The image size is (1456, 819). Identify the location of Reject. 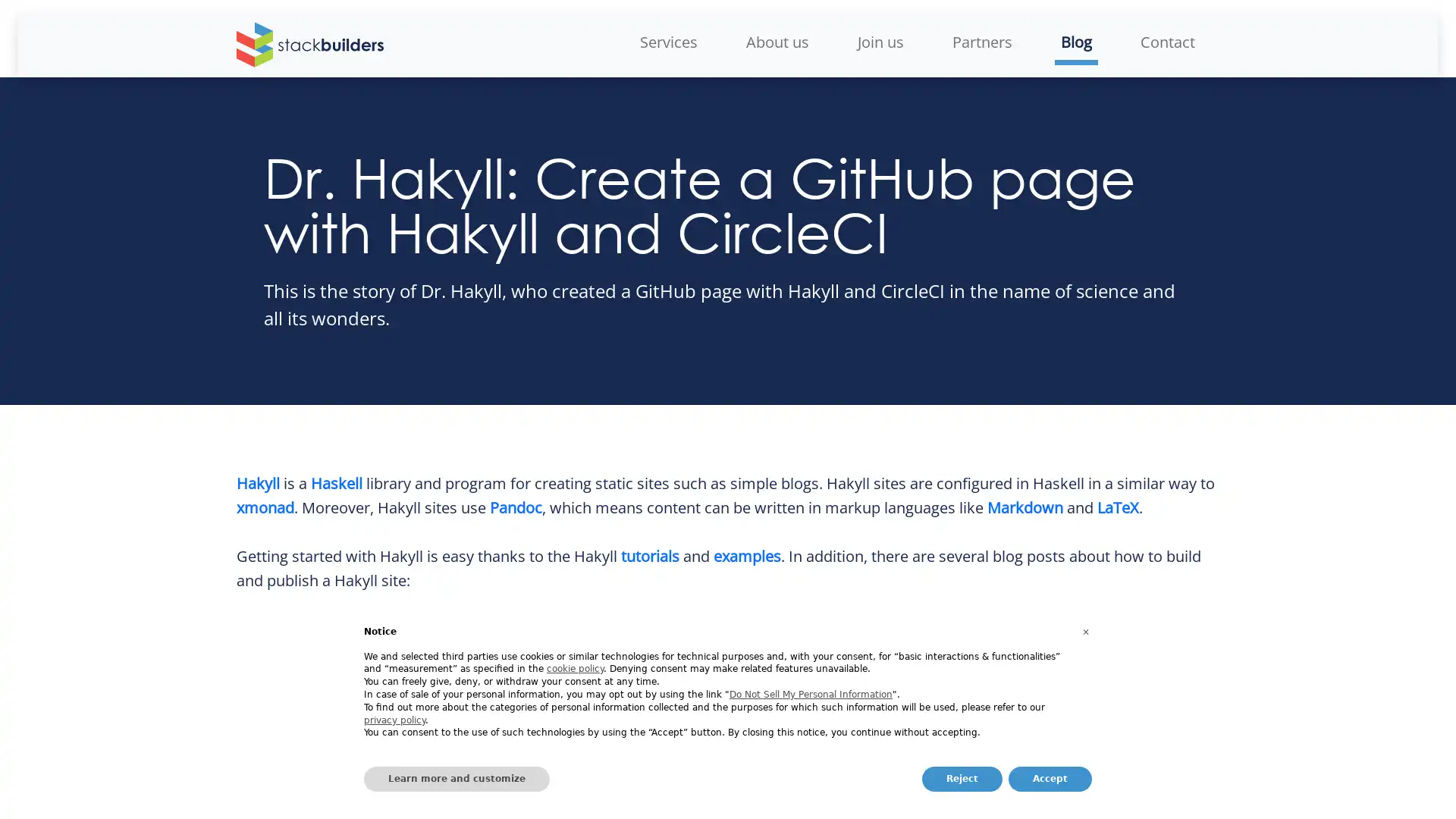
(961, 779).